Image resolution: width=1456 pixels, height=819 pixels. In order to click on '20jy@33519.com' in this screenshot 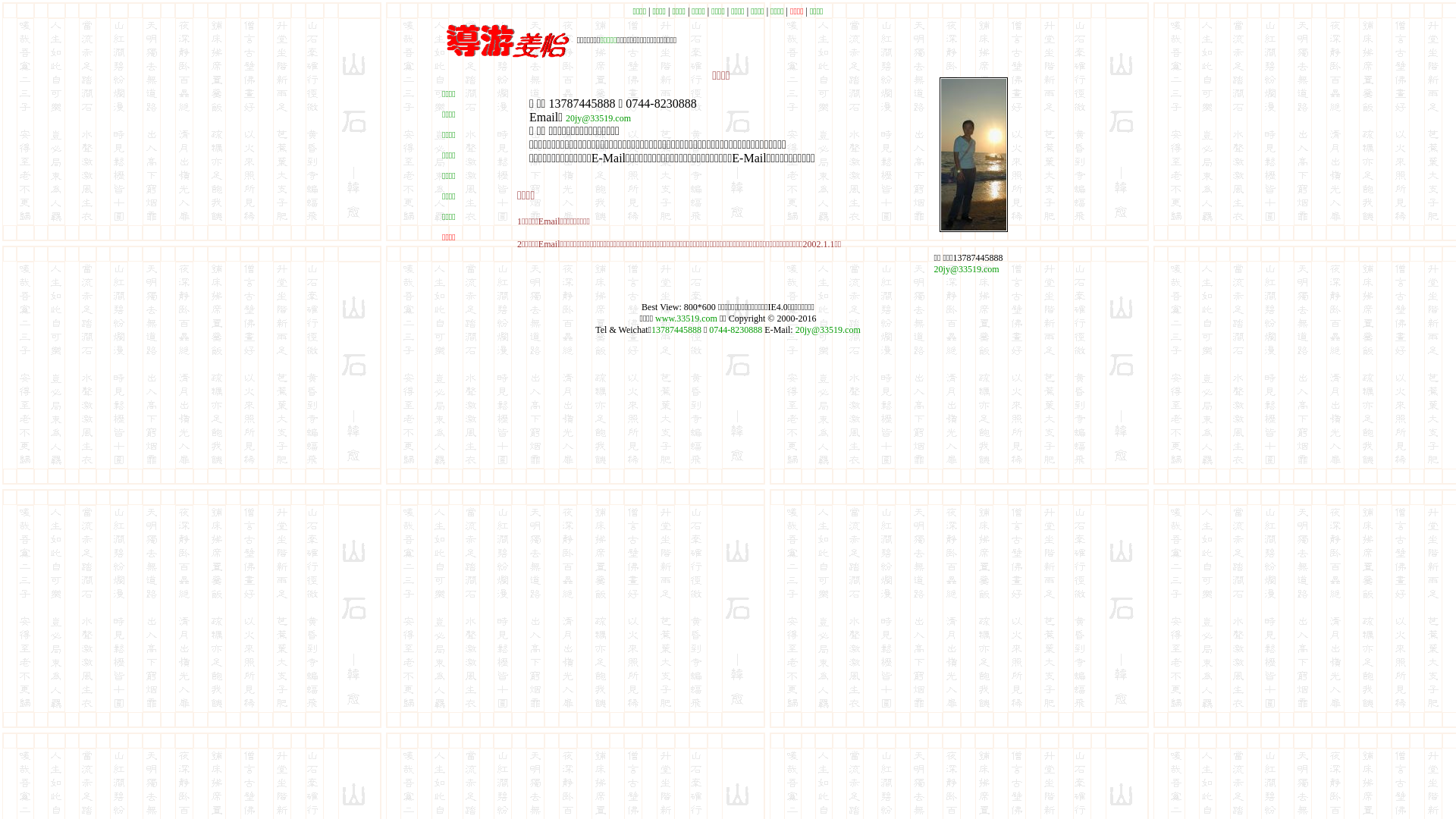, I will do `click(934, 268)`.